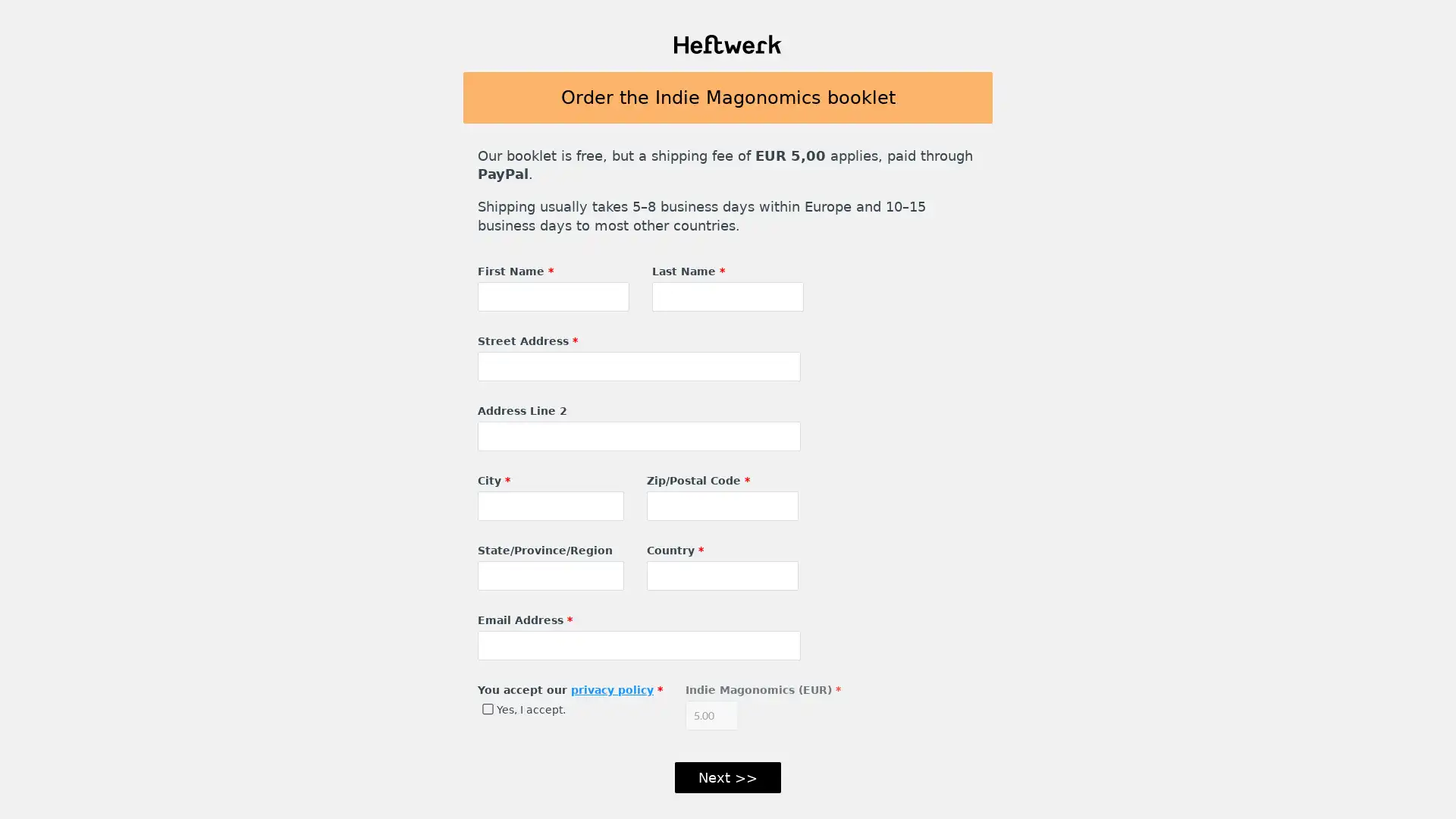 The width and height of the screenshot is (1456, 819). Describe the element at coordinates (728, 777) in the screenshot. I see `Next >>` at that location.